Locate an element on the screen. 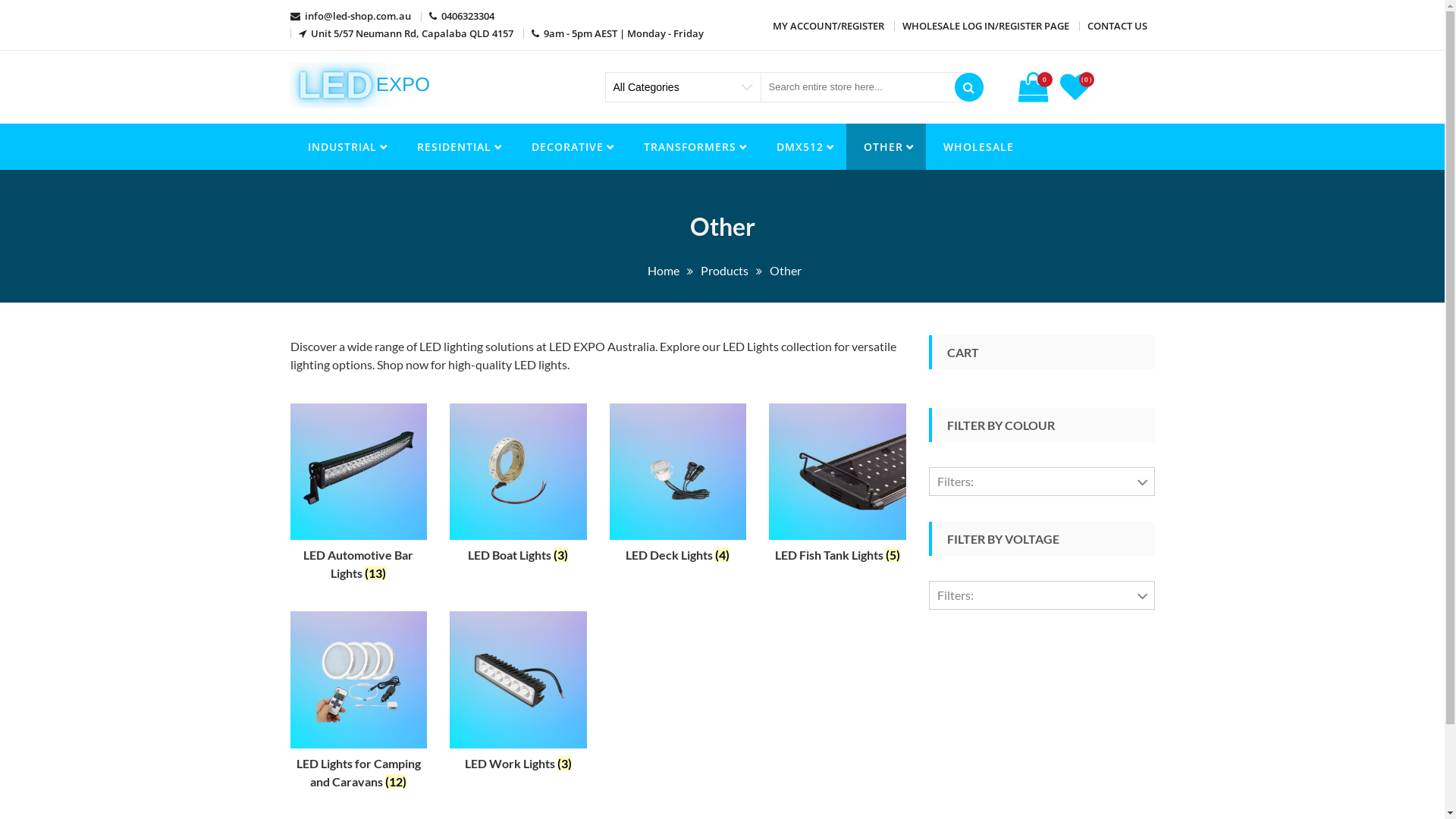 The image size is (1456, 819). '0' is located at coordinates (1034, 87).